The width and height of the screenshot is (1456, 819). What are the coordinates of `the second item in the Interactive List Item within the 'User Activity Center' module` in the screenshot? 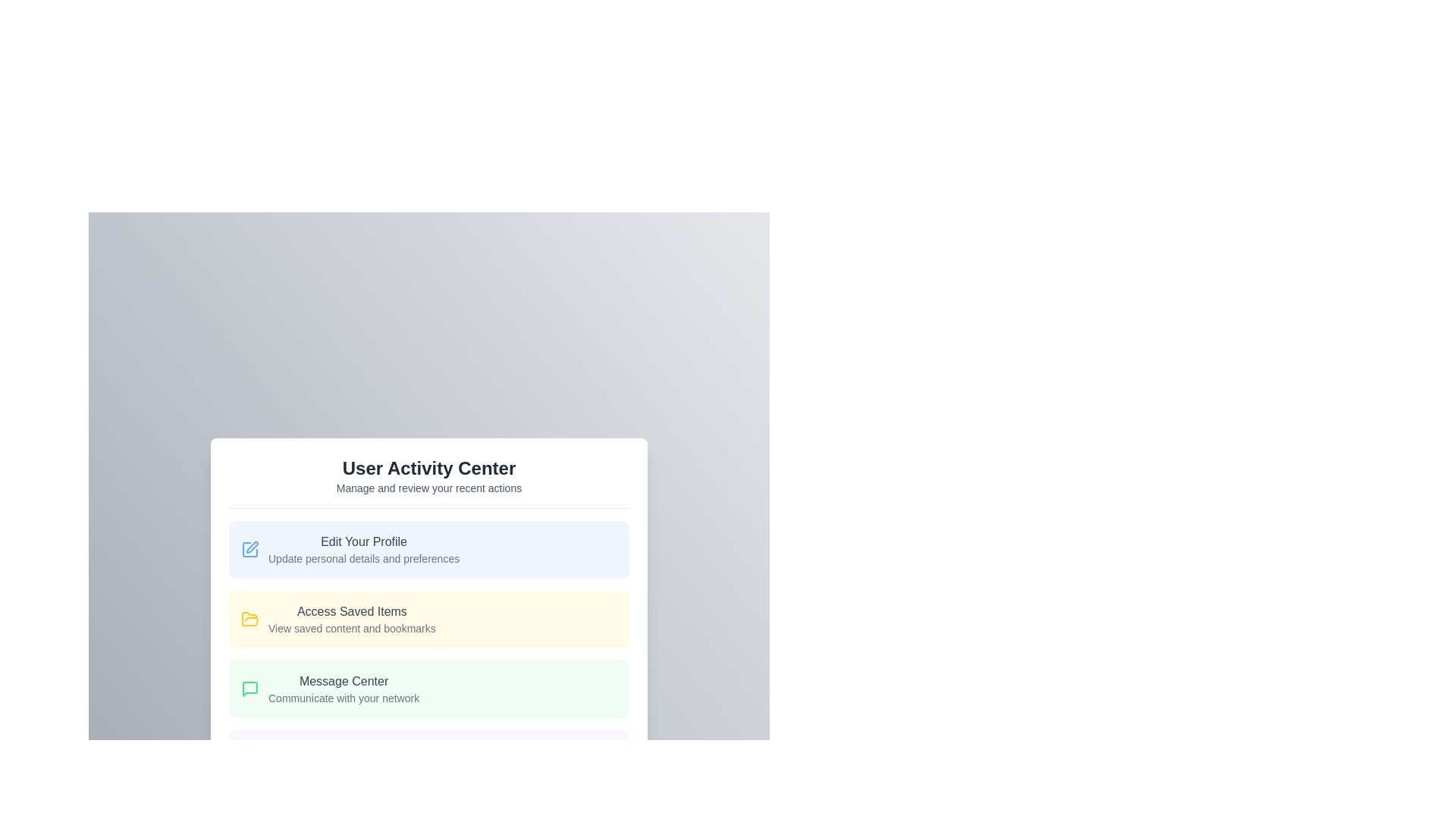 It's located at (428, 653).